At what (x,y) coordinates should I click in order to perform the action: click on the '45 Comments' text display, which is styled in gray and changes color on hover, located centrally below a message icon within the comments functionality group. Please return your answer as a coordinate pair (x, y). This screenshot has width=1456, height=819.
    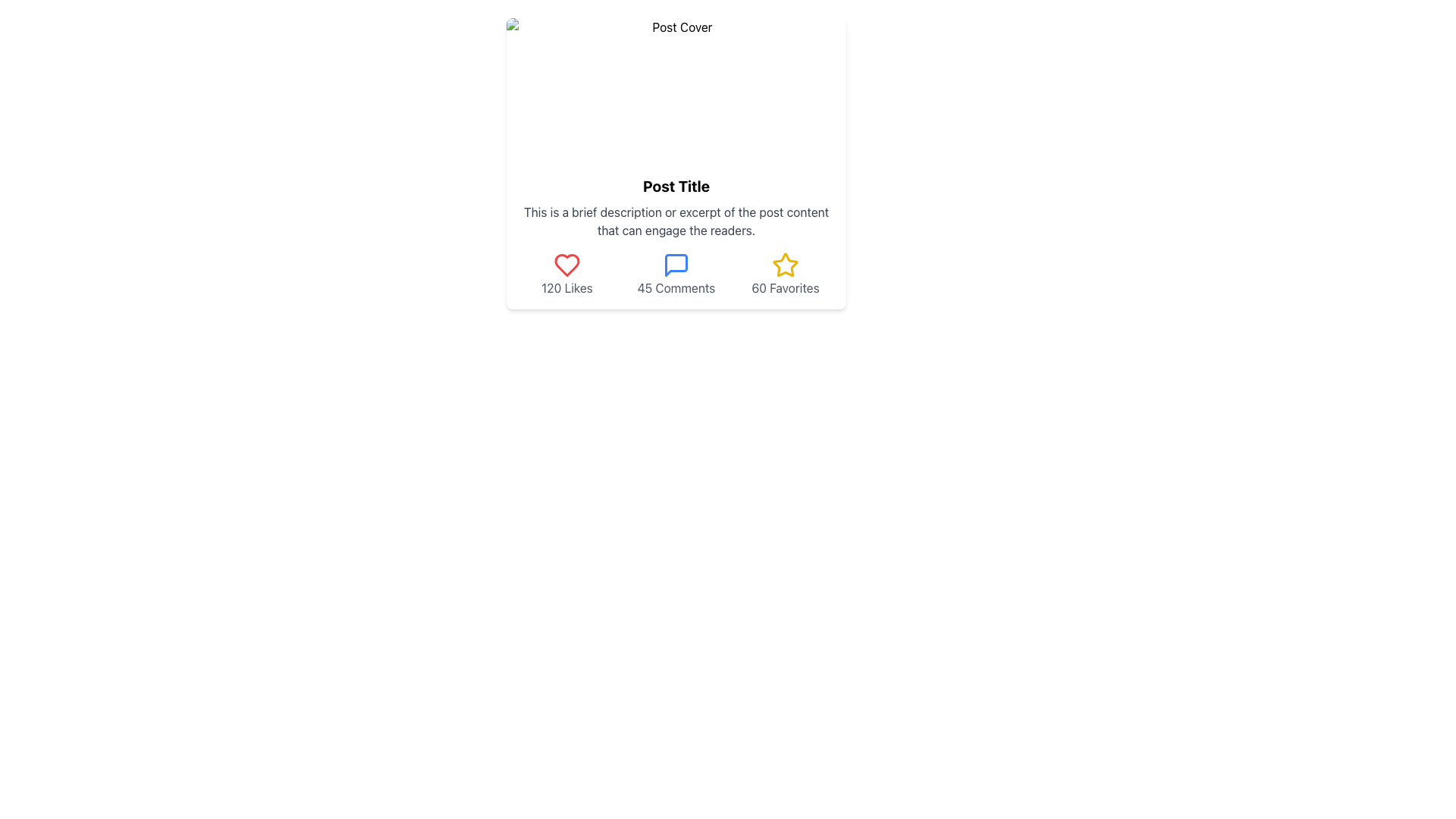
    Looking at the image, I should click on (676, 288).